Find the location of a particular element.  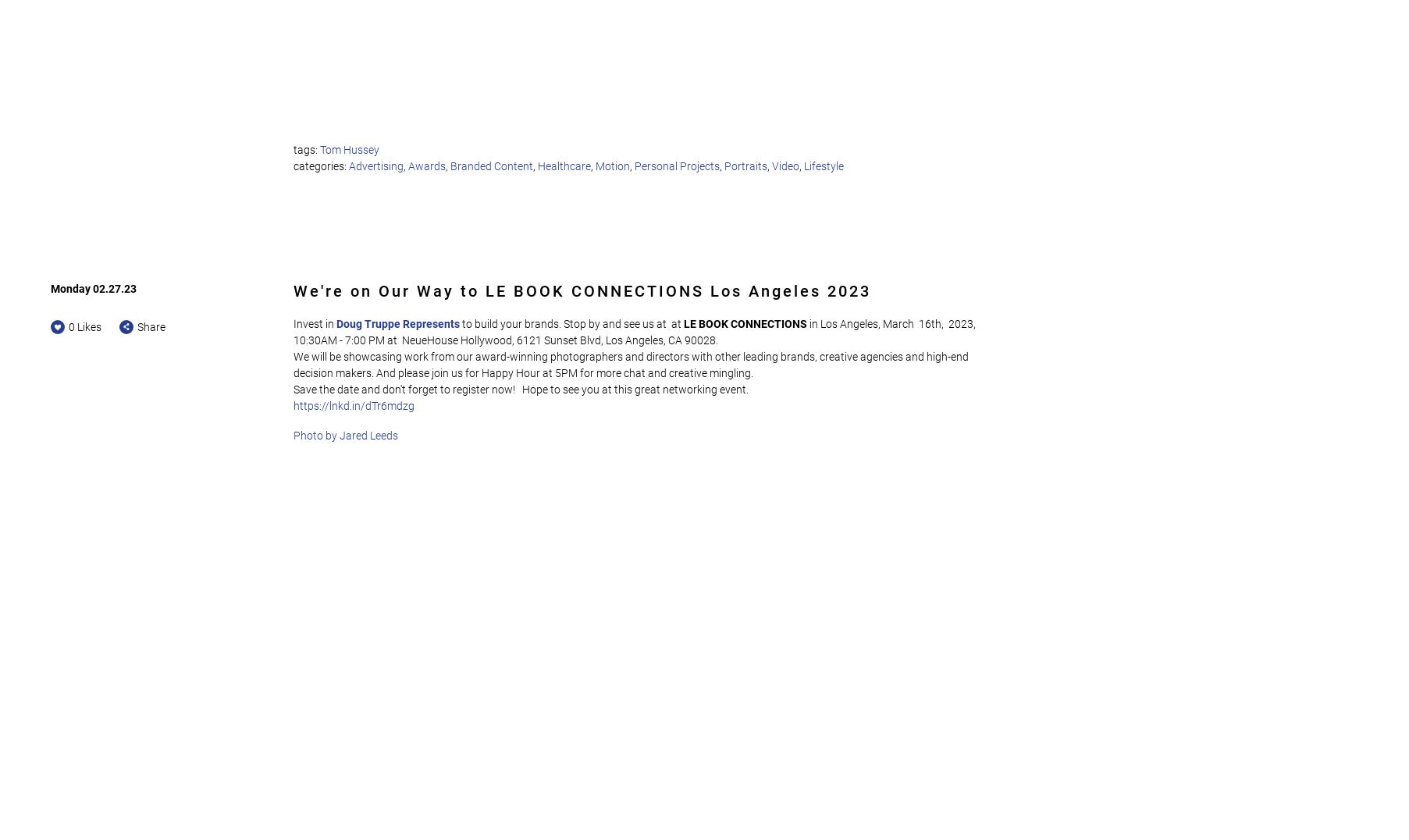

'Advertising' is located at coordinates (375, 164).